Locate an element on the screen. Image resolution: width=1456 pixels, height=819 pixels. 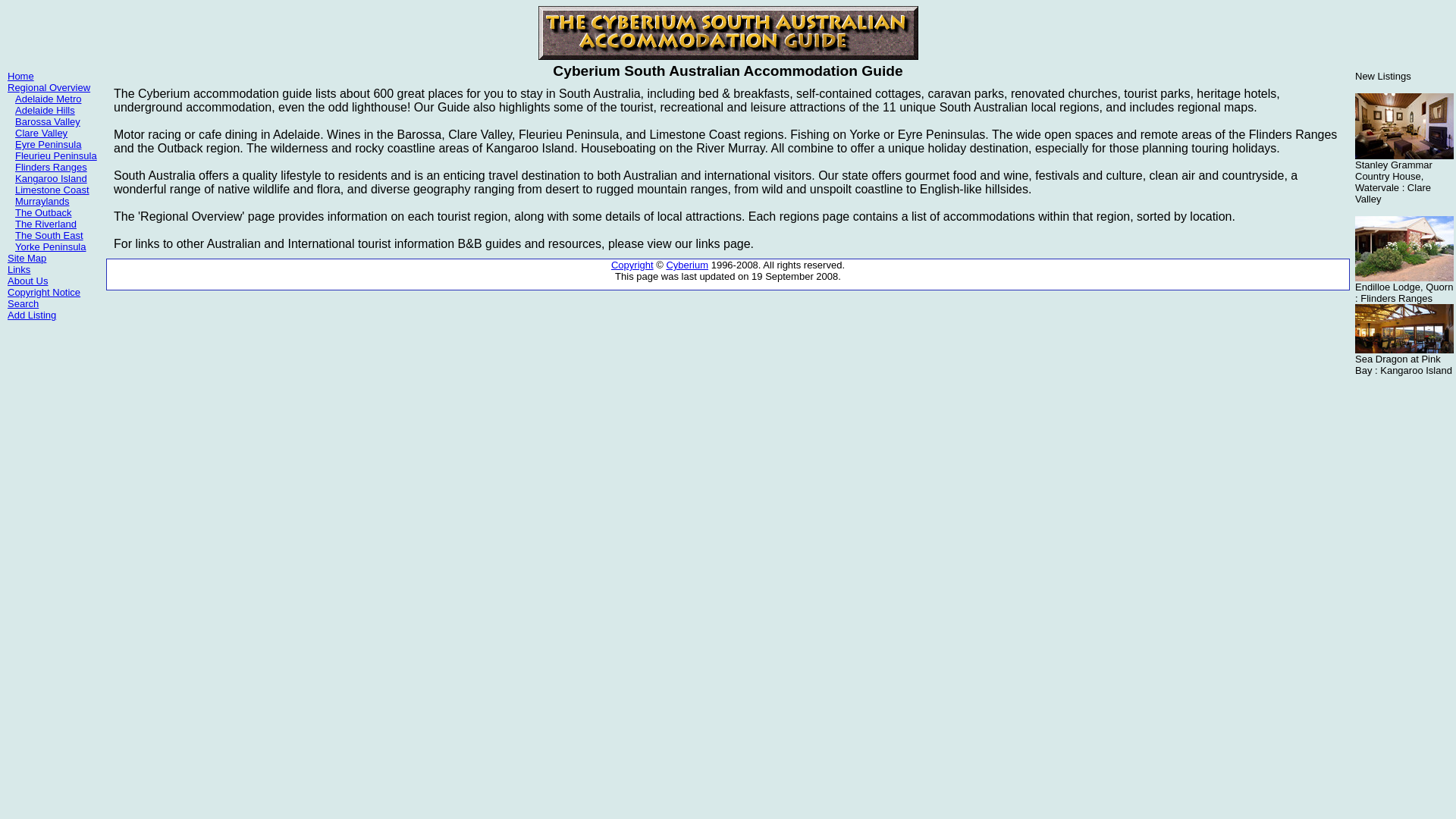
'Regional Overview' is located at coordinates (49, 87).